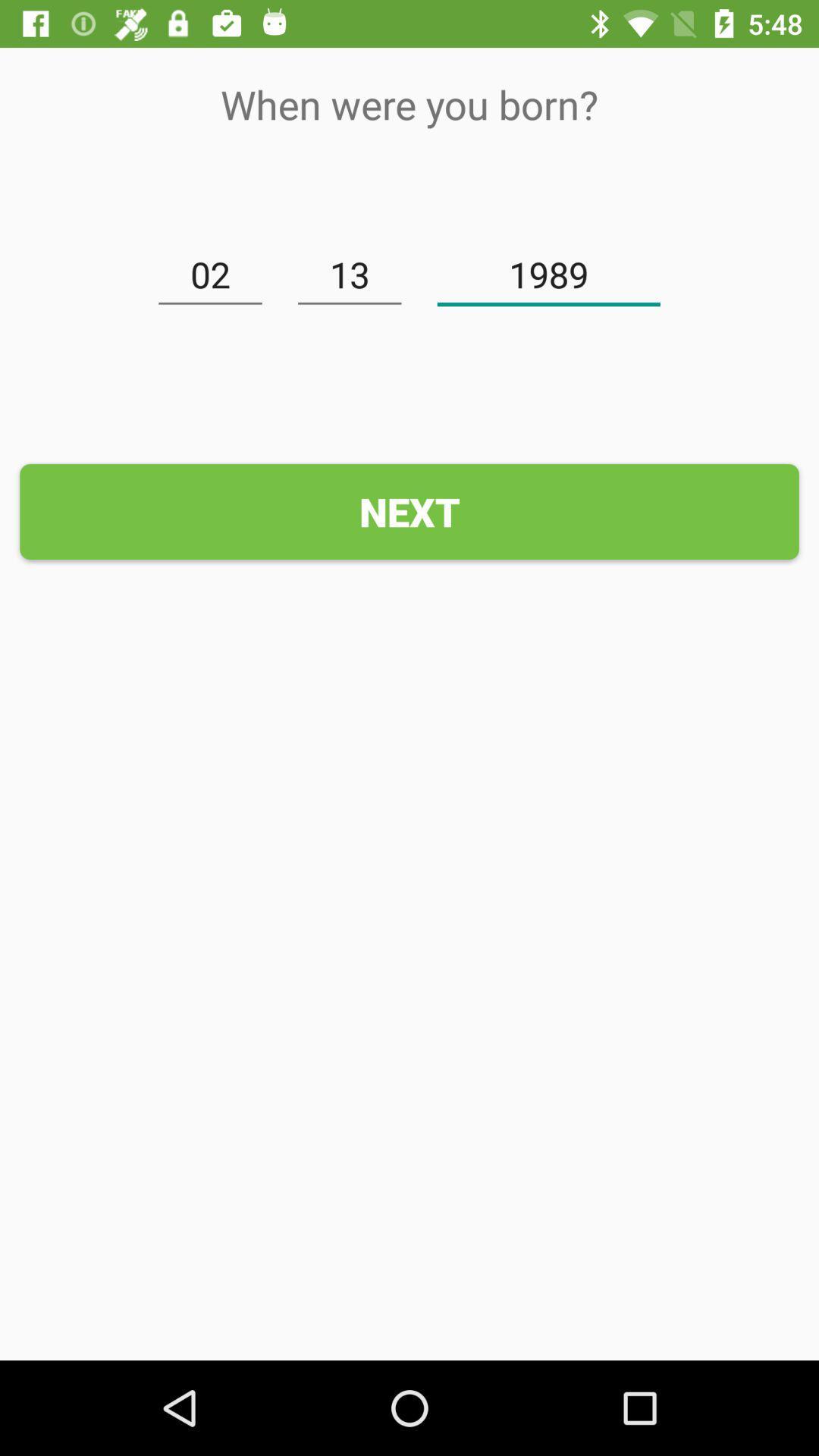 Image resolution: width=819 pixels, height=1456 pixels. What do you see at coordinates (350, 275) in the screenshot?
I see `icon to the left of 1989 item` at bounding box center [350, 275].